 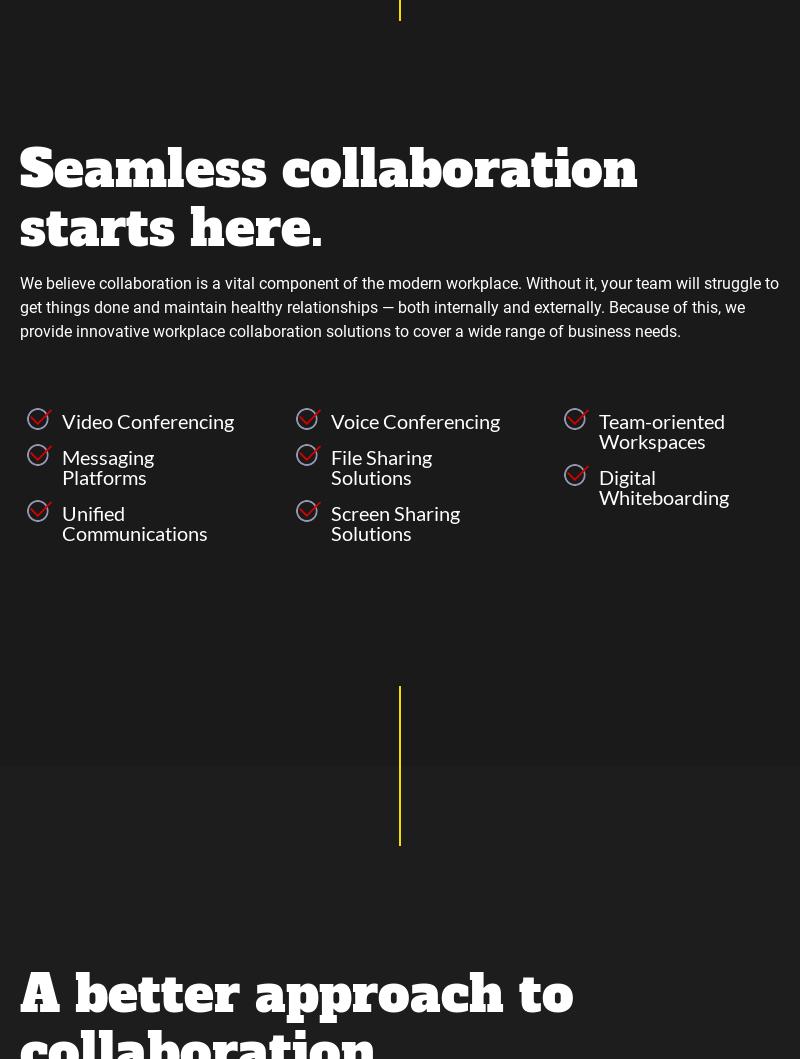 What do you see at coordinates (61, 521) in the screenshot?
I see `'Unified Communications'` at bounding box center [61, 521].